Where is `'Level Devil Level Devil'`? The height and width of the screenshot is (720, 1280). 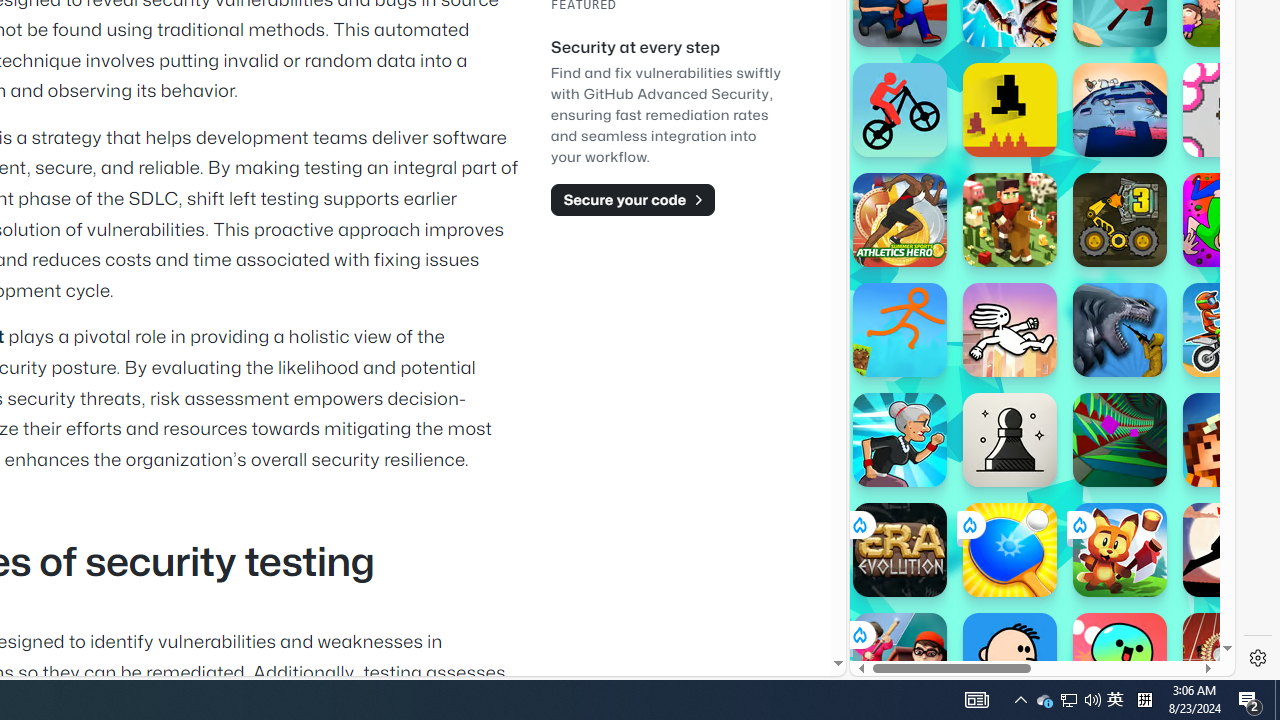 'Level Devil Level Devil' is located at coordinates (1009, 110).